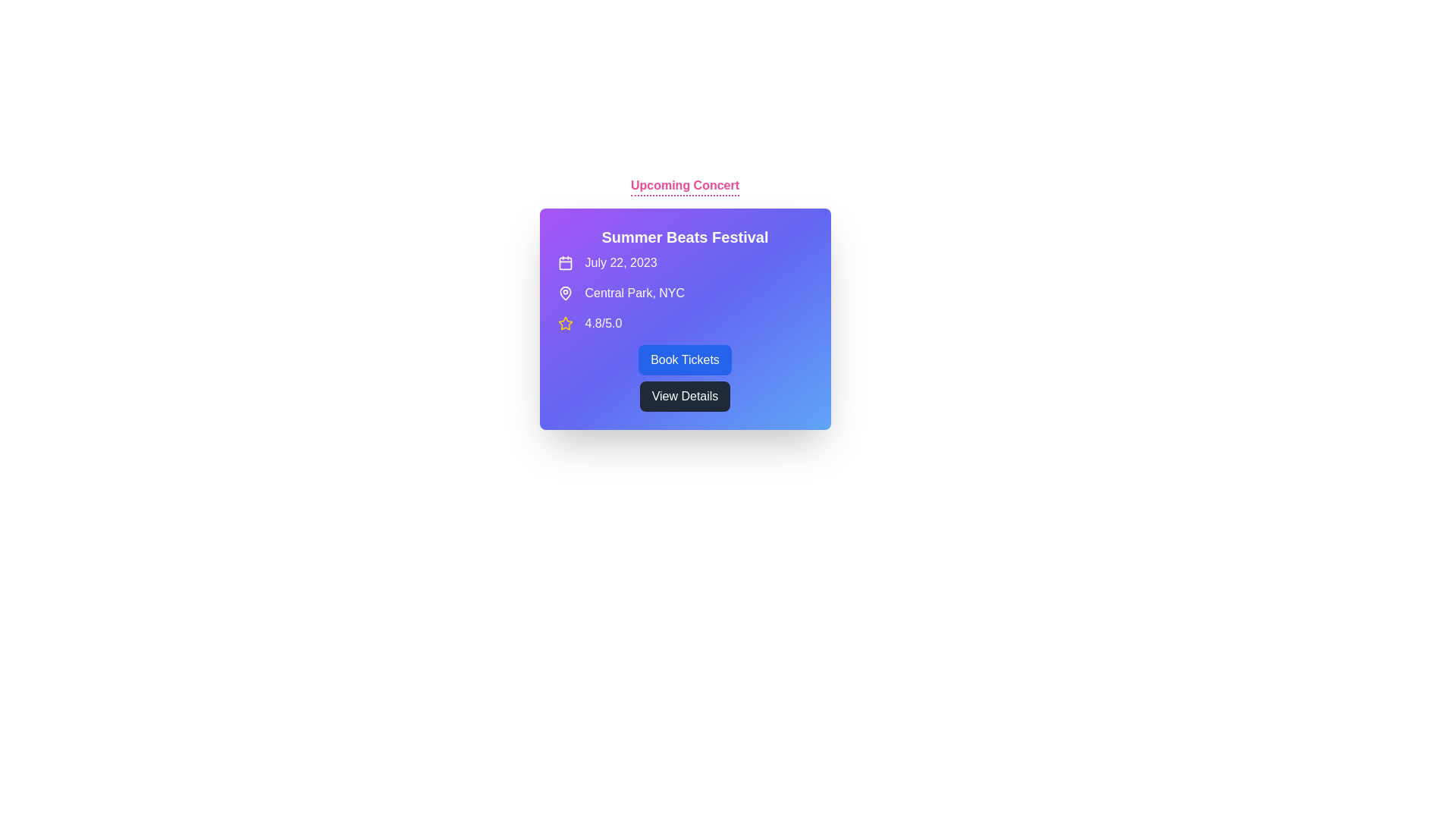  I want to click on the interactive button located beneath the 'Summer Beats Festival' text to book tickets, so click(684, 359).